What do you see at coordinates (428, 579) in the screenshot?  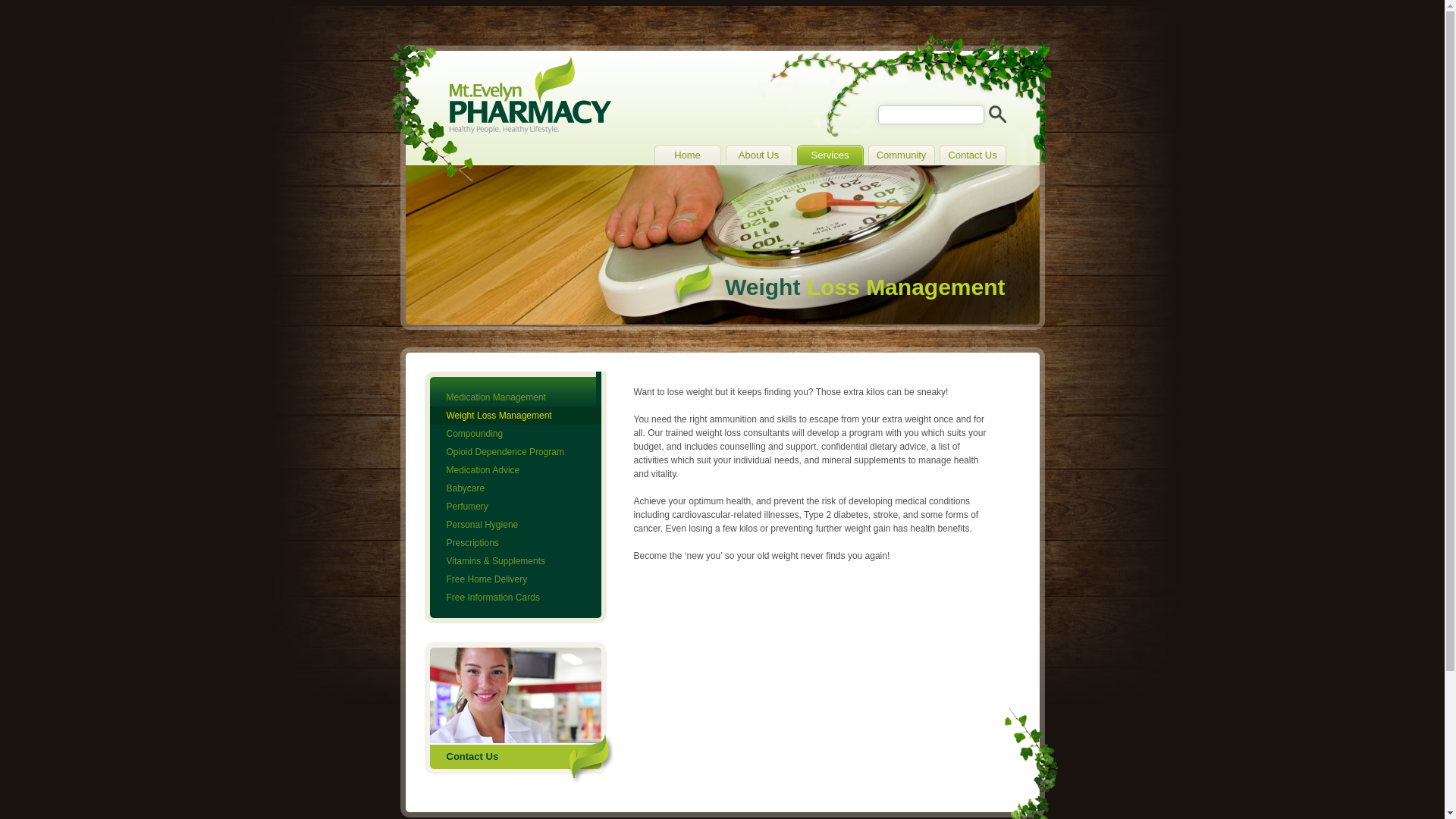 I see `'Free Home Delivery'` at bounding box center [428, 579].